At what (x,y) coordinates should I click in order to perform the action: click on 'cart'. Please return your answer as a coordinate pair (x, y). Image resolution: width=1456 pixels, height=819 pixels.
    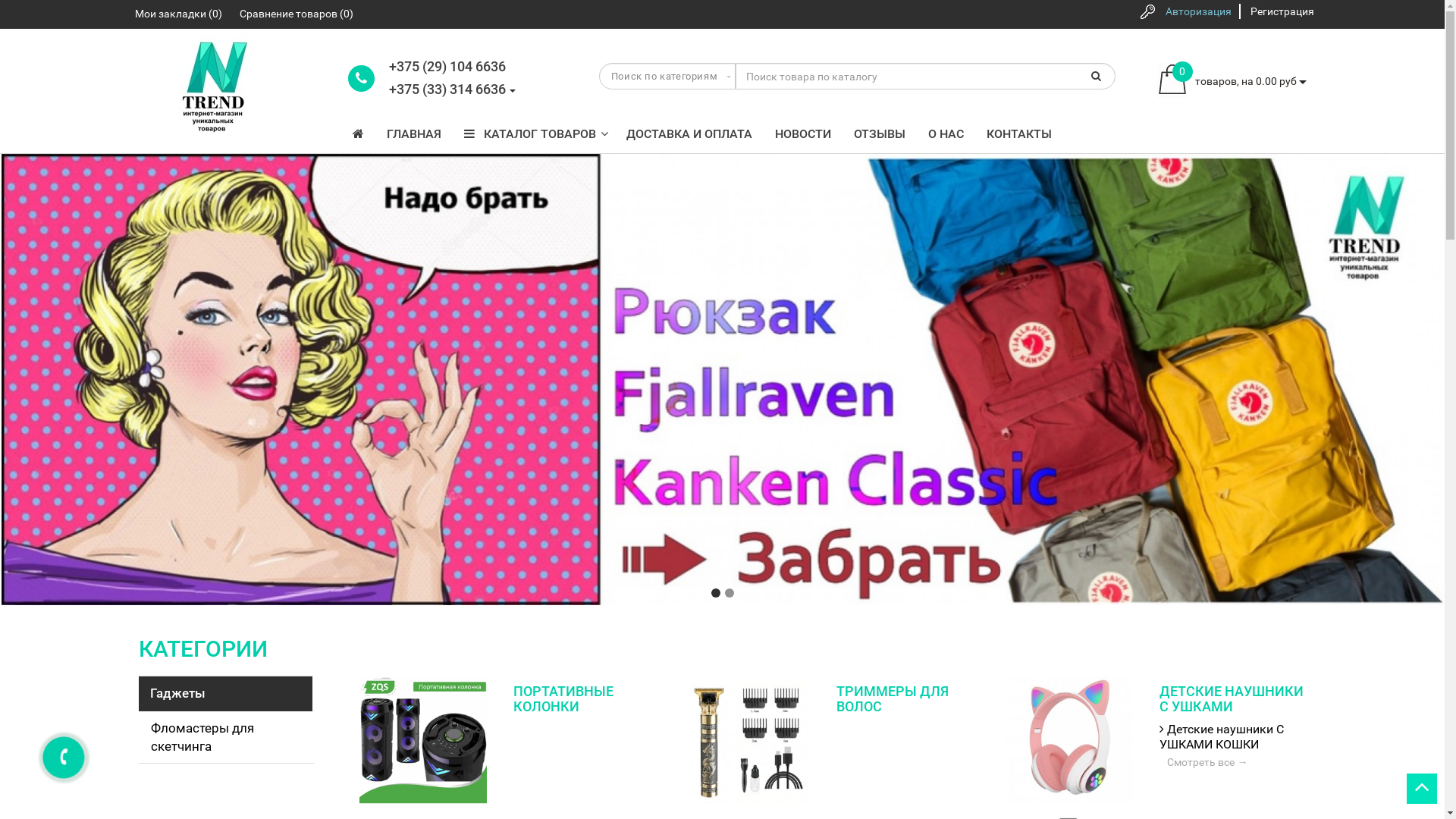
    Looking at the image, I should click on (1171, 80).